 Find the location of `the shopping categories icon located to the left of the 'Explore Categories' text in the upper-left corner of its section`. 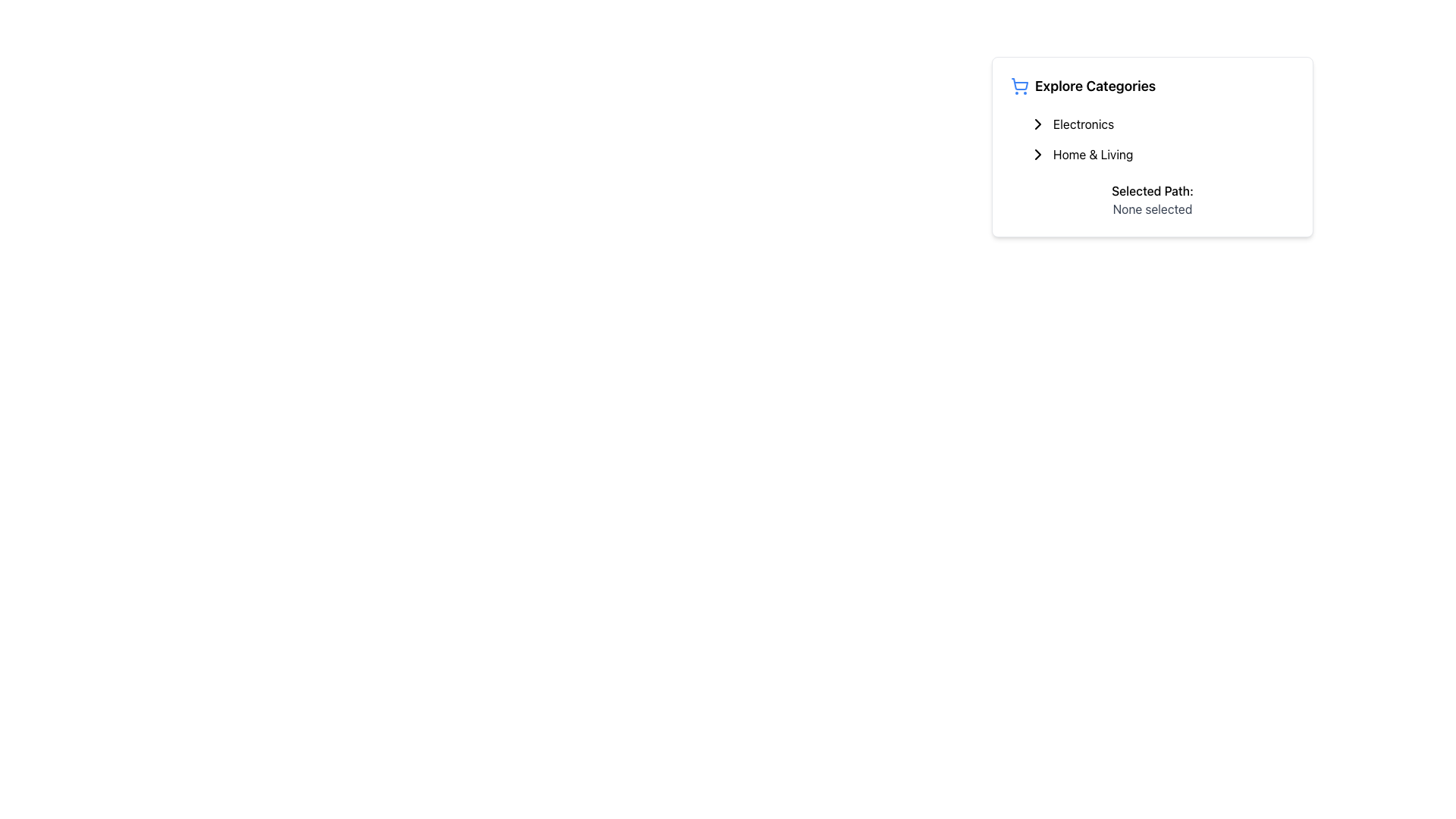

the shopping categories icon located to the left of the 'Explore Categories' text in the upper-left corner of its section is located at coordinates (1019, 86).